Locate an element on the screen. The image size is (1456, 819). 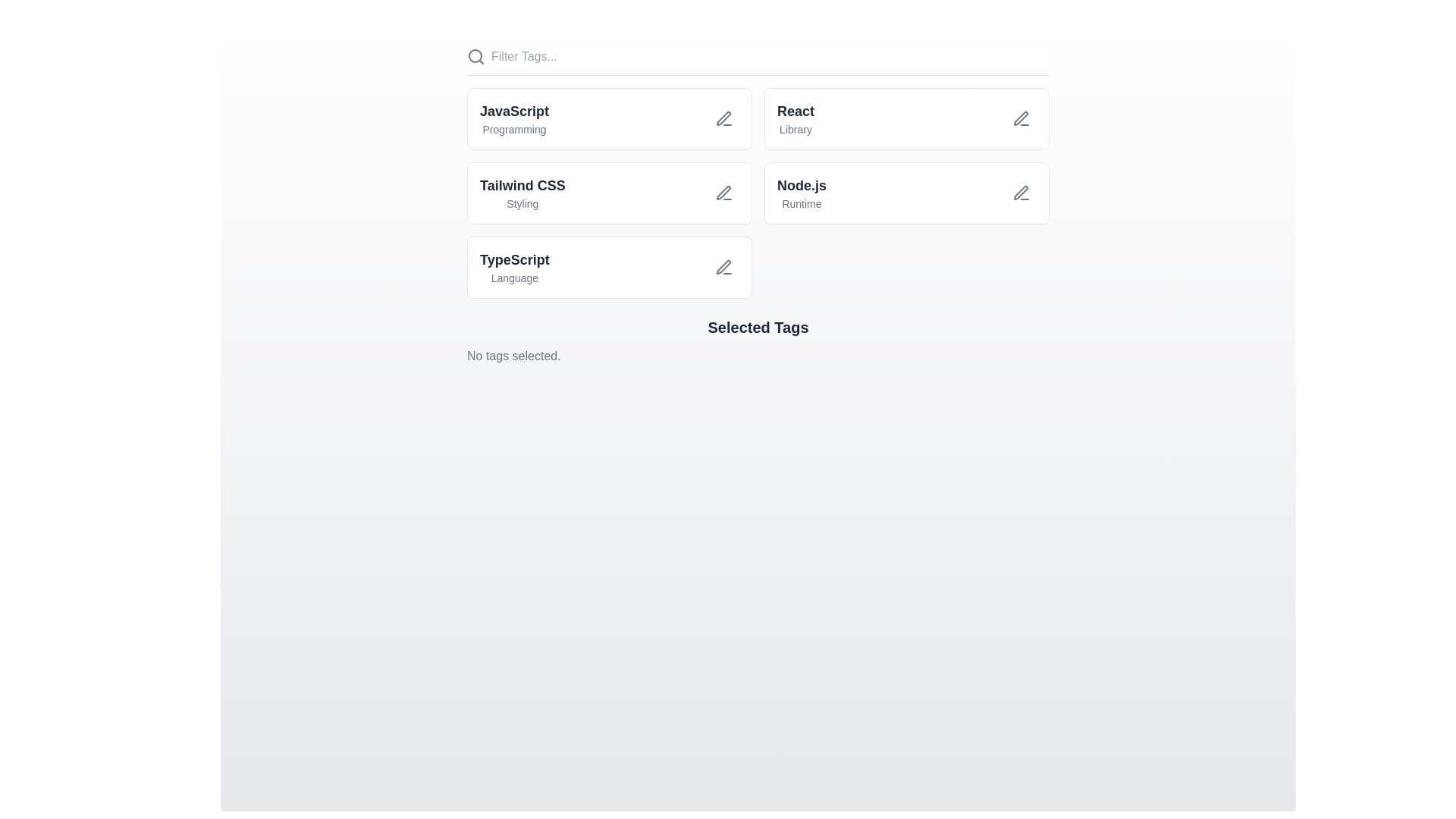
the button located at the top-right corner of the 'TypeScript Language' card for accessibility actions is located at coordinates (723, 267).